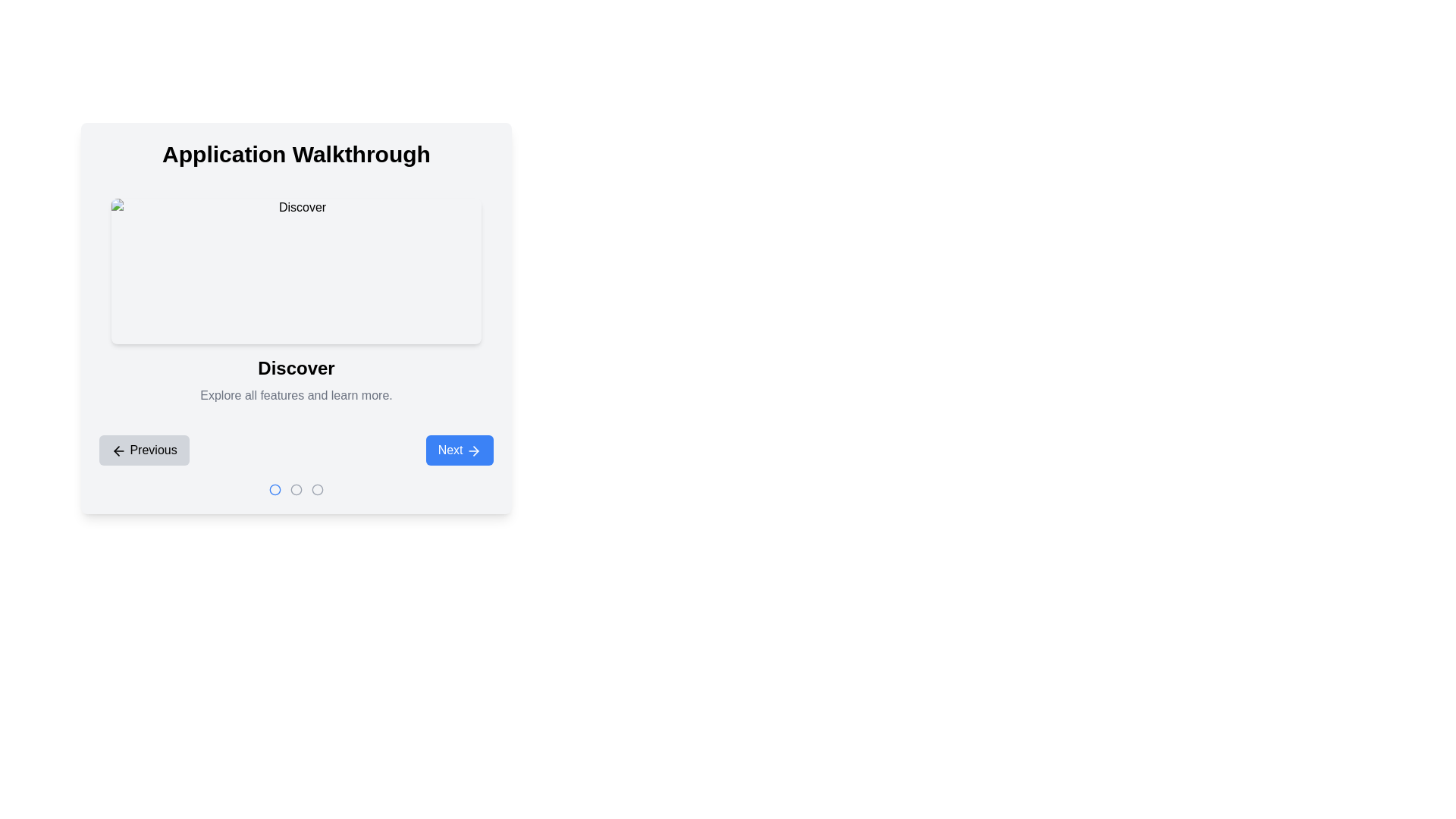 The height and width of the screenshot is (819, 1456). Describe the element at coordinates (296, 394) in the screenshot. I see `the text label that reads 'Explore all features and learn more.', which is styled in gray and positioned below the 'Discover' text` at that location.